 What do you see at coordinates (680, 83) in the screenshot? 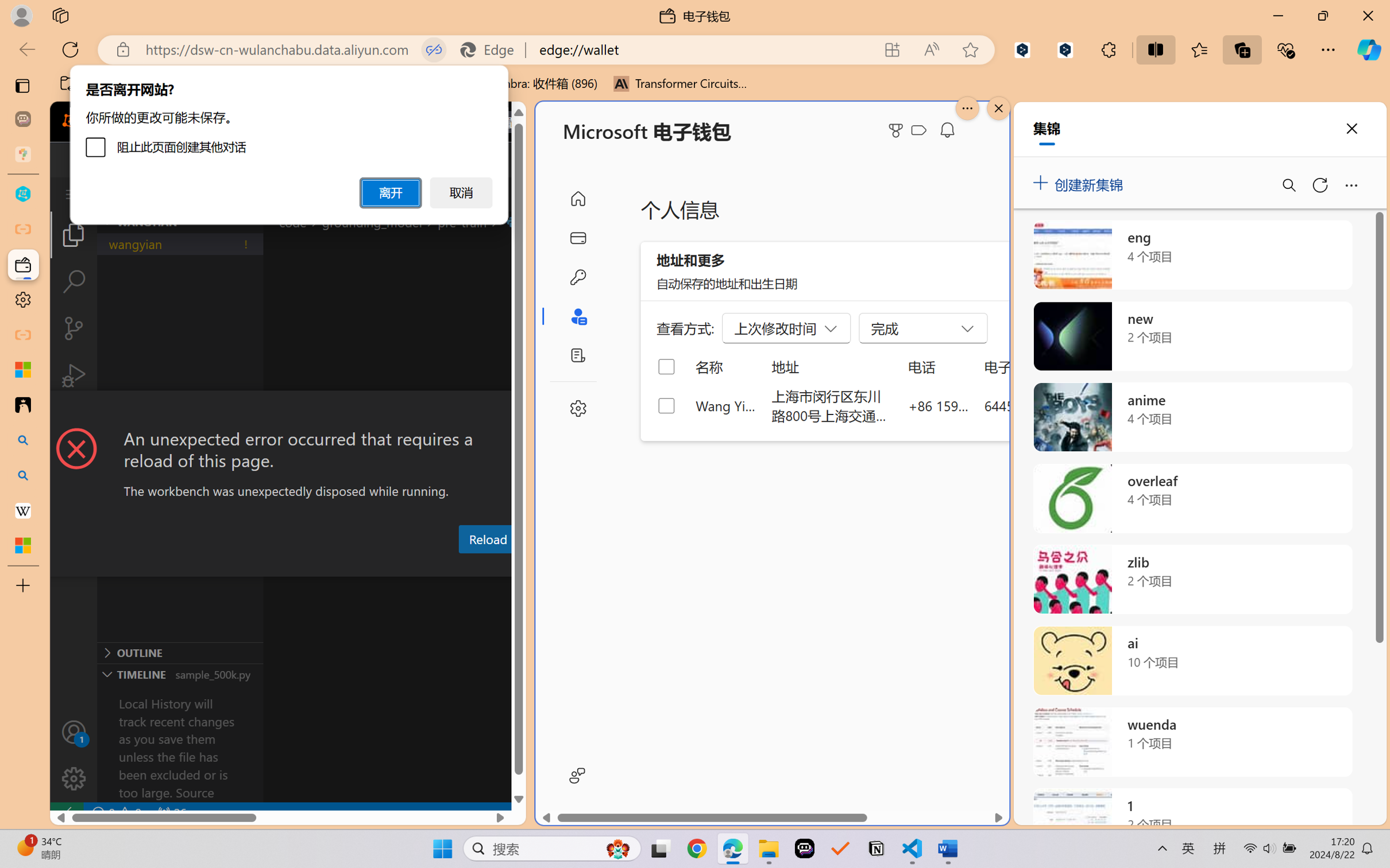
I see `'Transformer Circuits Thread'` at bounding box center [680, 83].